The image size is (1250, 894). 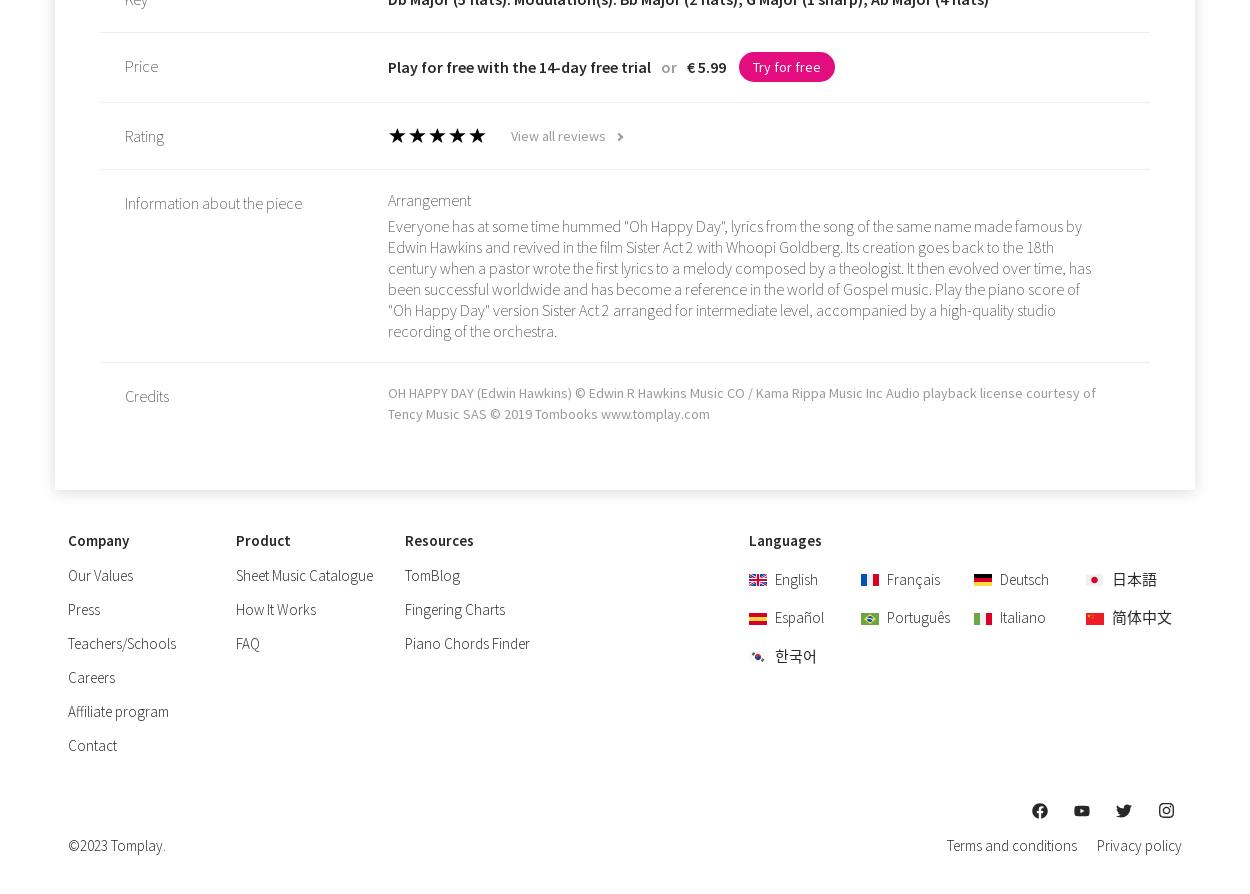 I want to click on 'Play for free with the 14-day free trial', so click(x=520, y=66).